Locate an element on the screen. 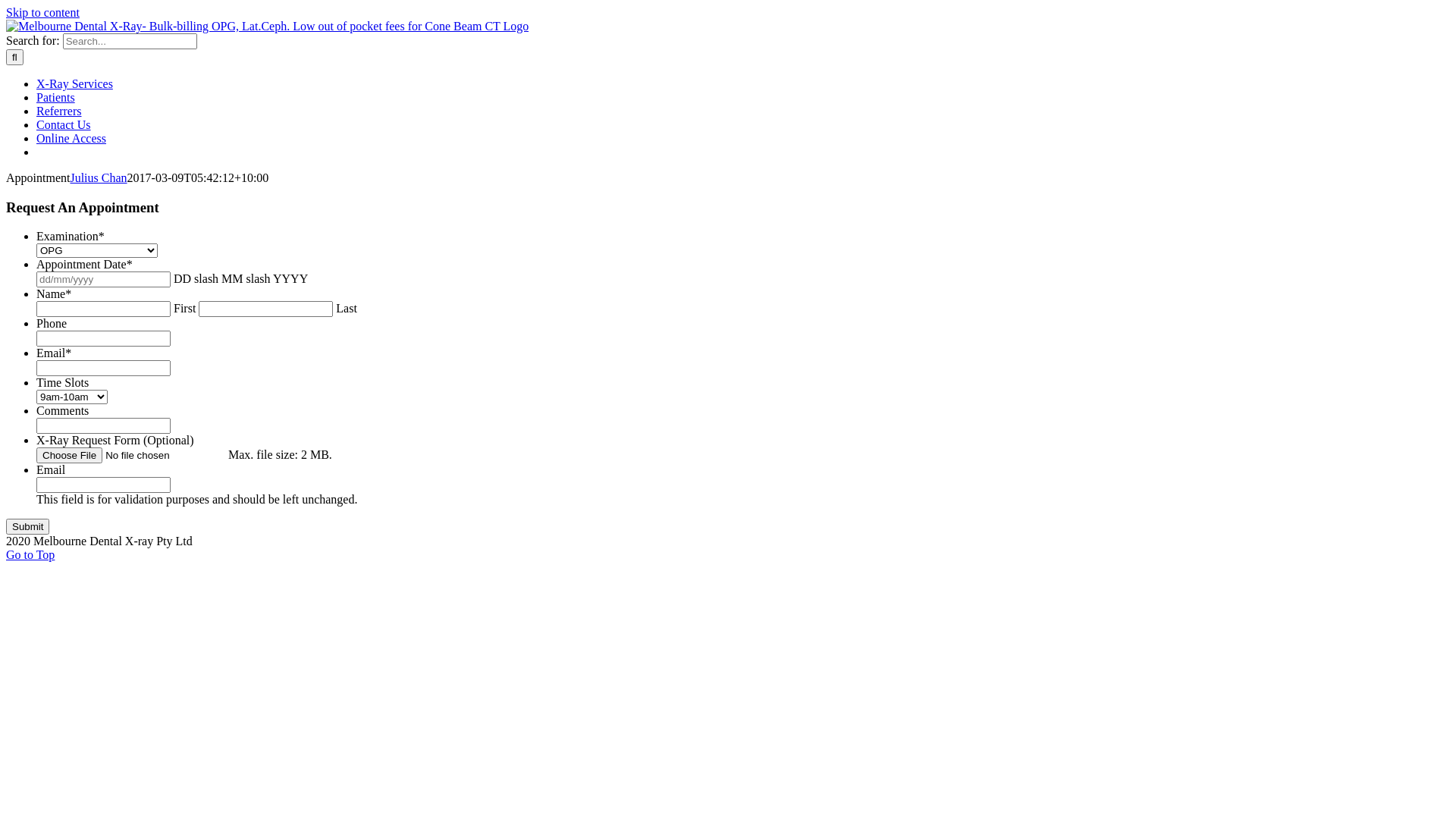  'Go to Top' is located at coordinates (30, 554).